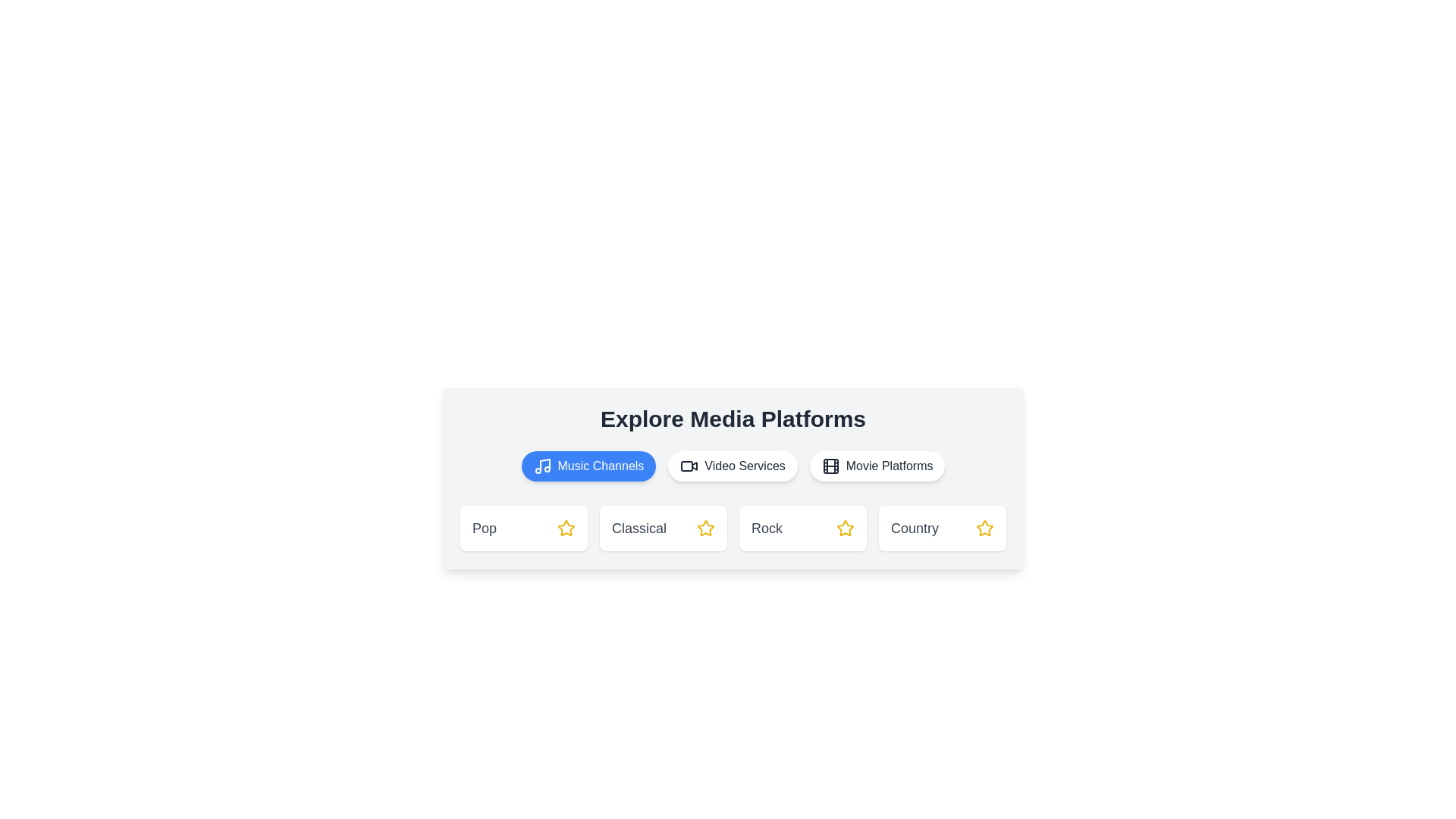 The height and width of the screenshot is (819, 1456). What do you see at coordinates (844, 527) in the screenshot?
I see `the third star icon in the rating group for the 'Rock' category` at bounding box center [844, 527].